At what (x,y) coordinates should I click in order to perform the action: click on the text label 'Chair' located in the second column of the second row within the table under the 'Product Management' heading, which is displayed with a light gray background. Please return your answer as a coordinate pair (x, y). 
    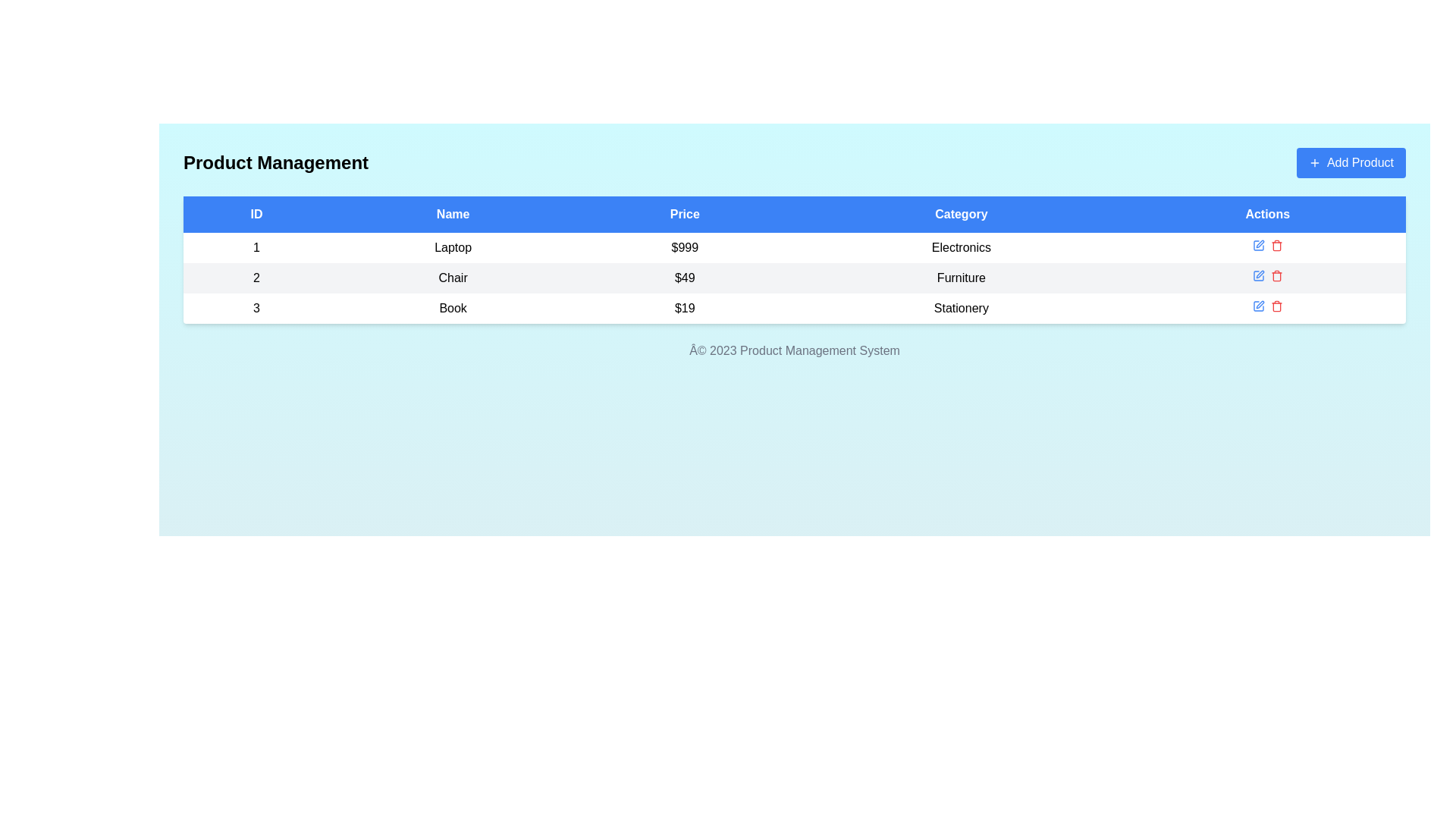
    Looking at the image, I should click on (452, 278).